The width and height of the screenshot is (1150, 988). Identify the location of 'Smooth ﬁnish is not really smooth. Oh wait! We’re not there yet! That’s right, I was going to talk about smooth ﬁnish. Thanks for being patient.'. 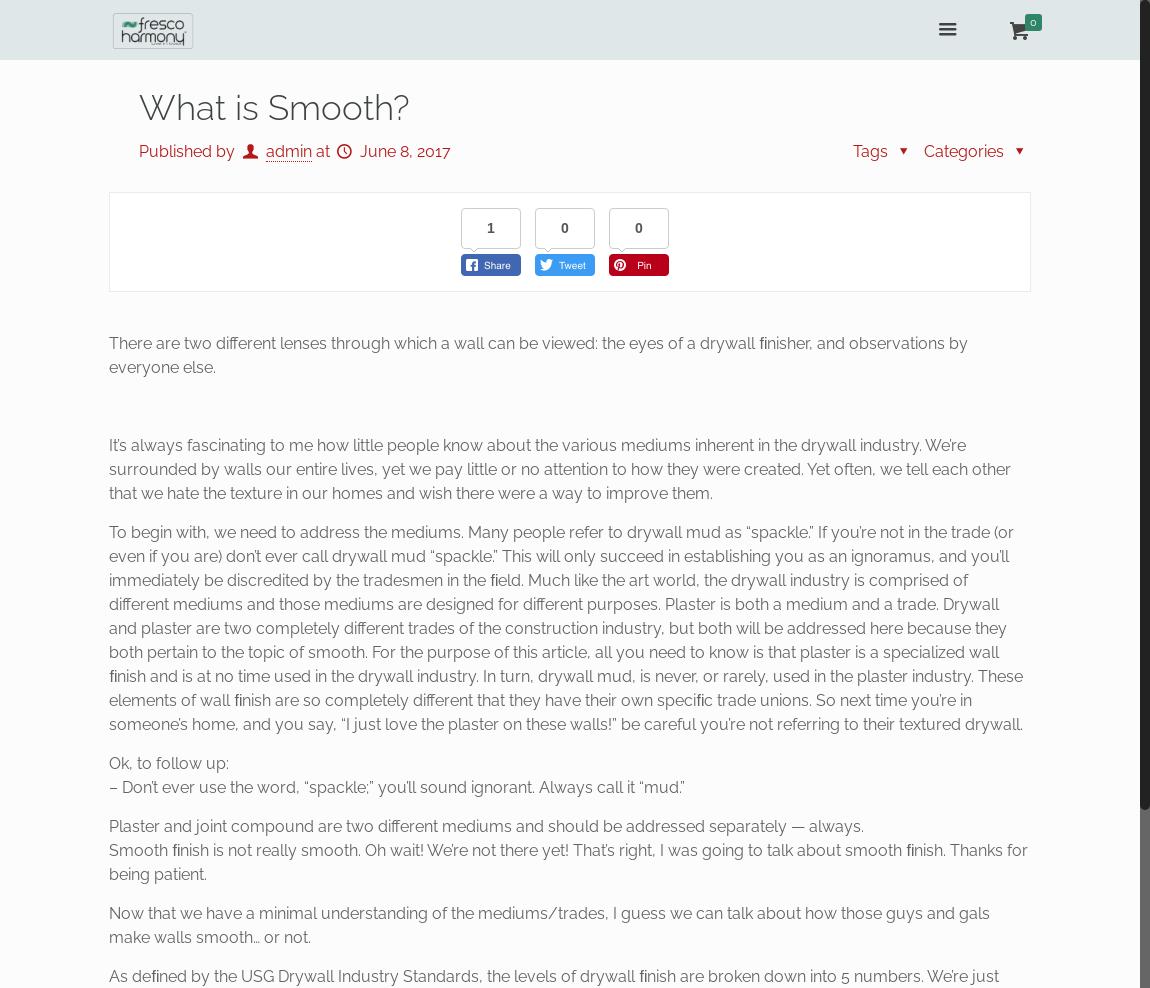
(568, 862).